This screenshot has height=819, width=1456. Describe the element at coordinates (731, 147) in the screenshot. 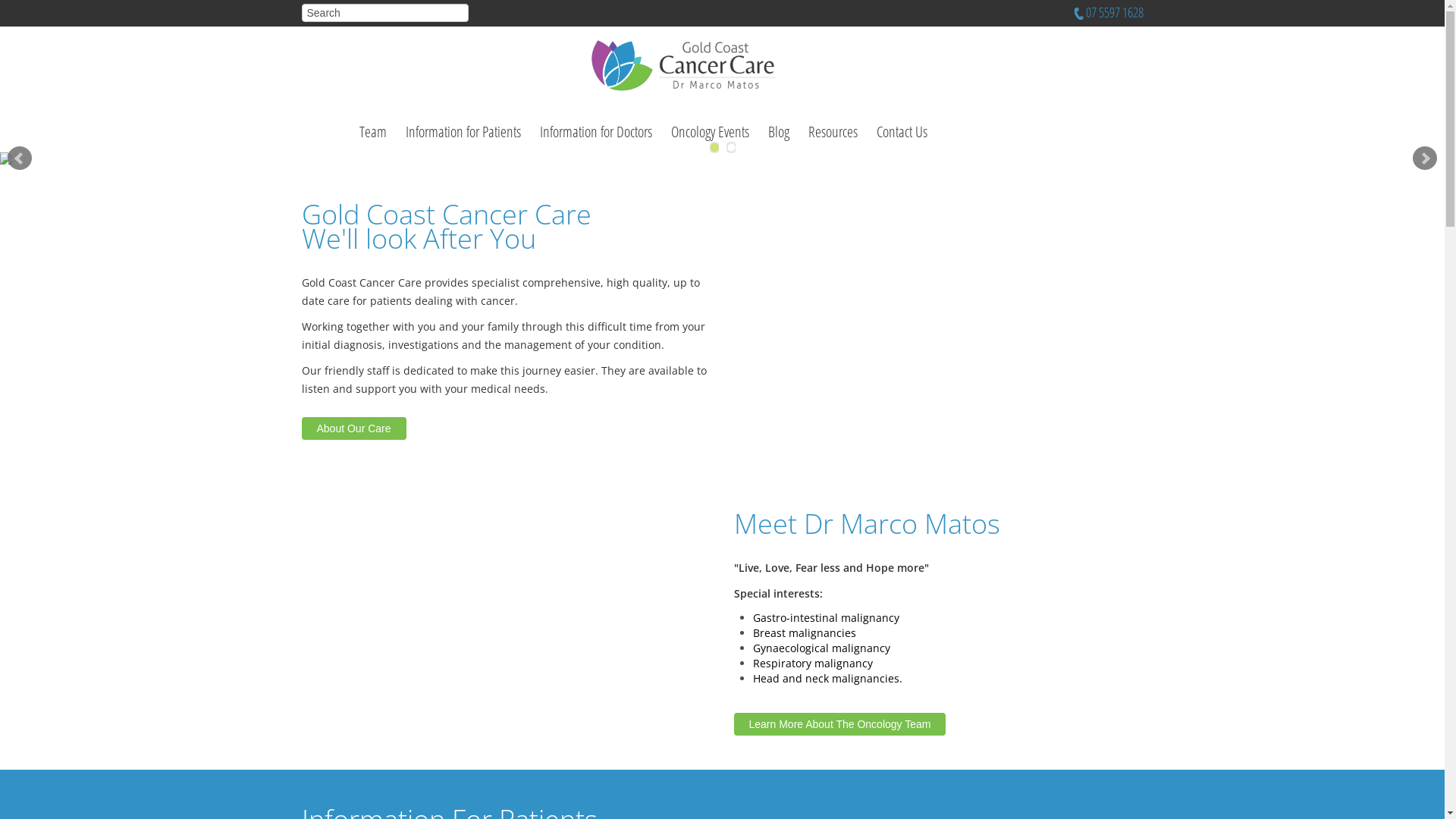

I see `'2'` at that location.